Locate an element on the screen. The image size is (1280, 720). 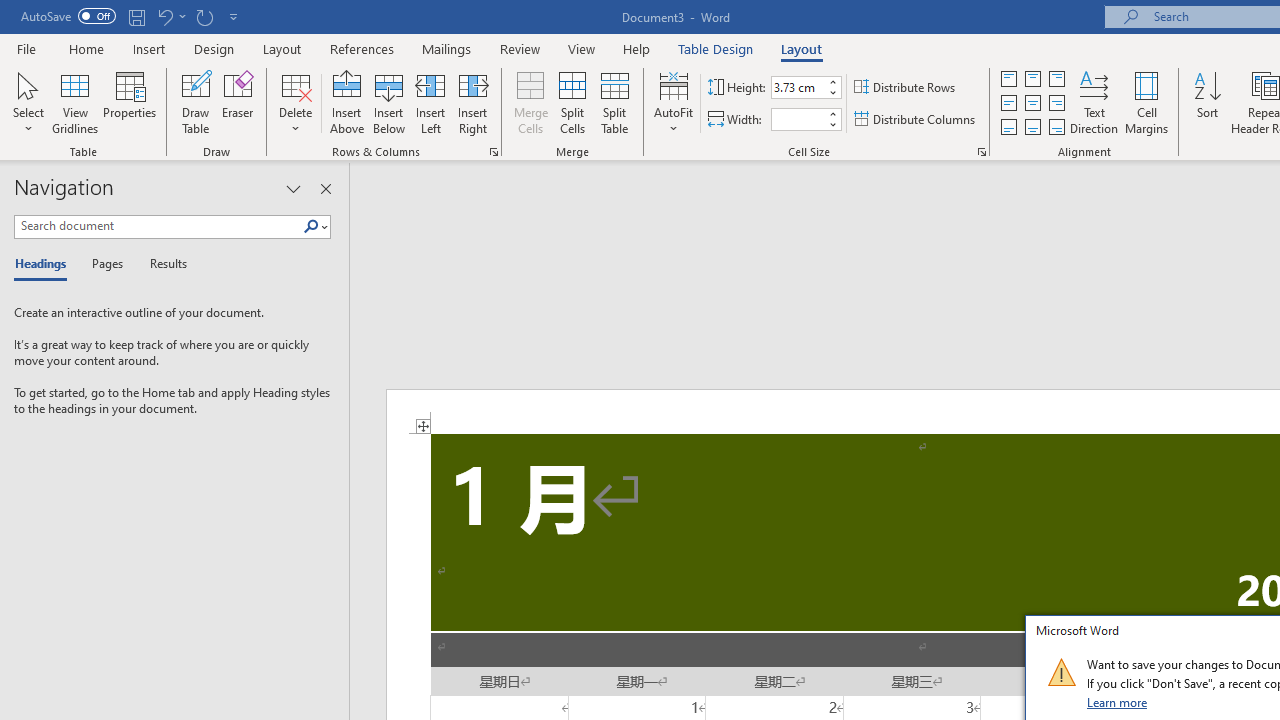
'Split Table' is located at coordinates (614, 103).